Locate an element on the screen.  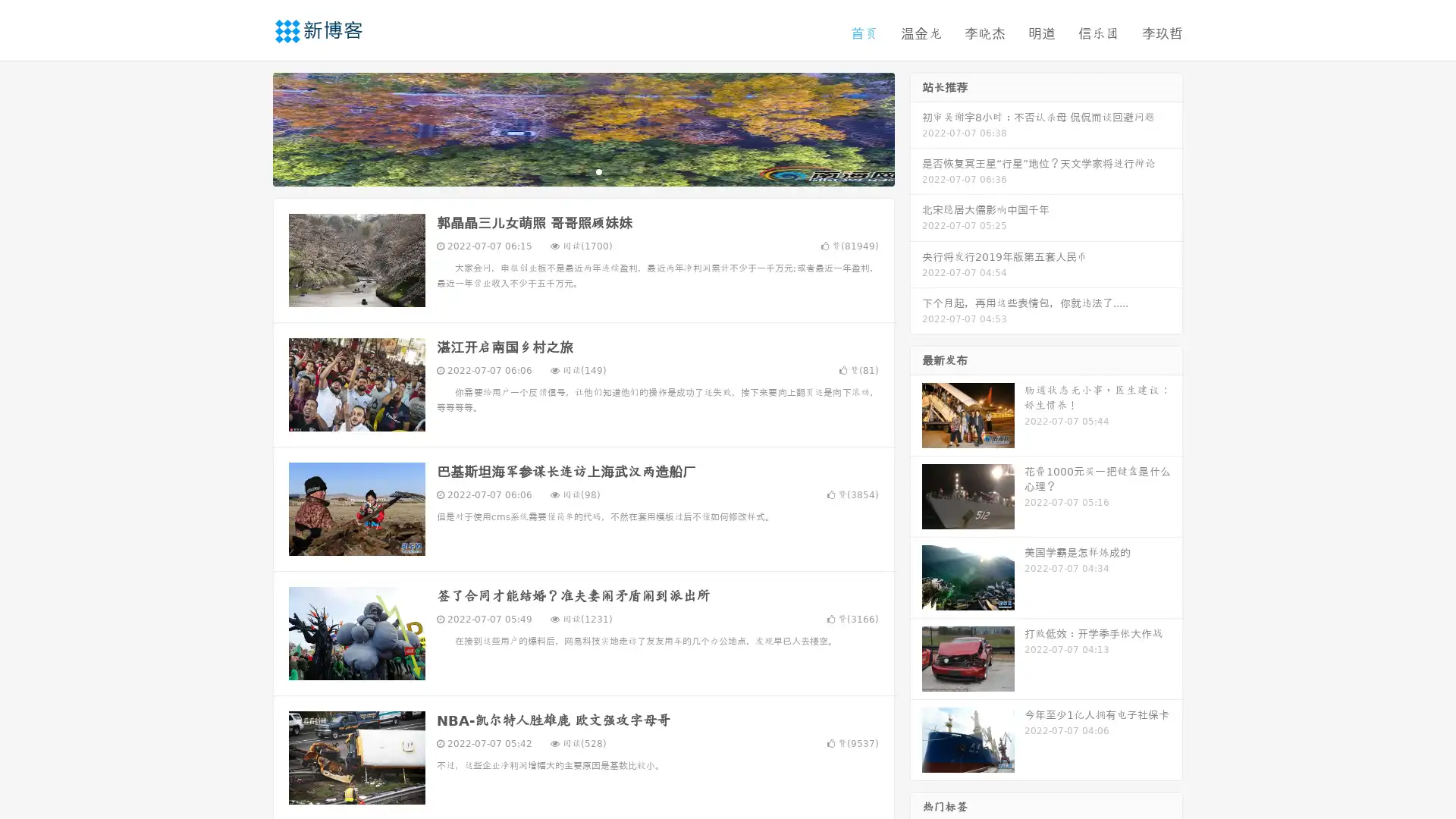
Previous slide is located at coordinates (250, 127).